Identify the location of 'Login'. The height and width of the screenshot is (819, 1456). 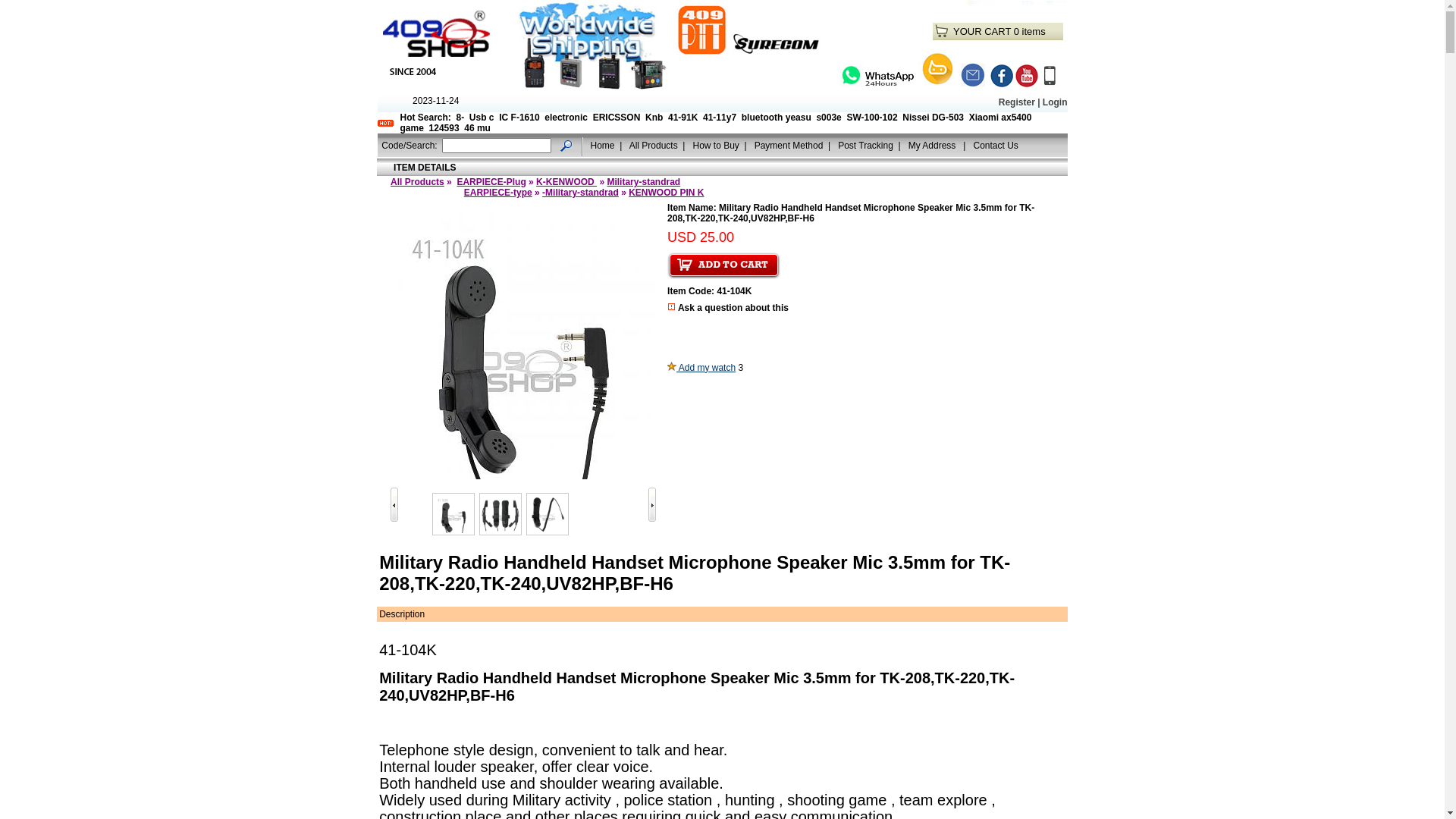
(1054, 102).